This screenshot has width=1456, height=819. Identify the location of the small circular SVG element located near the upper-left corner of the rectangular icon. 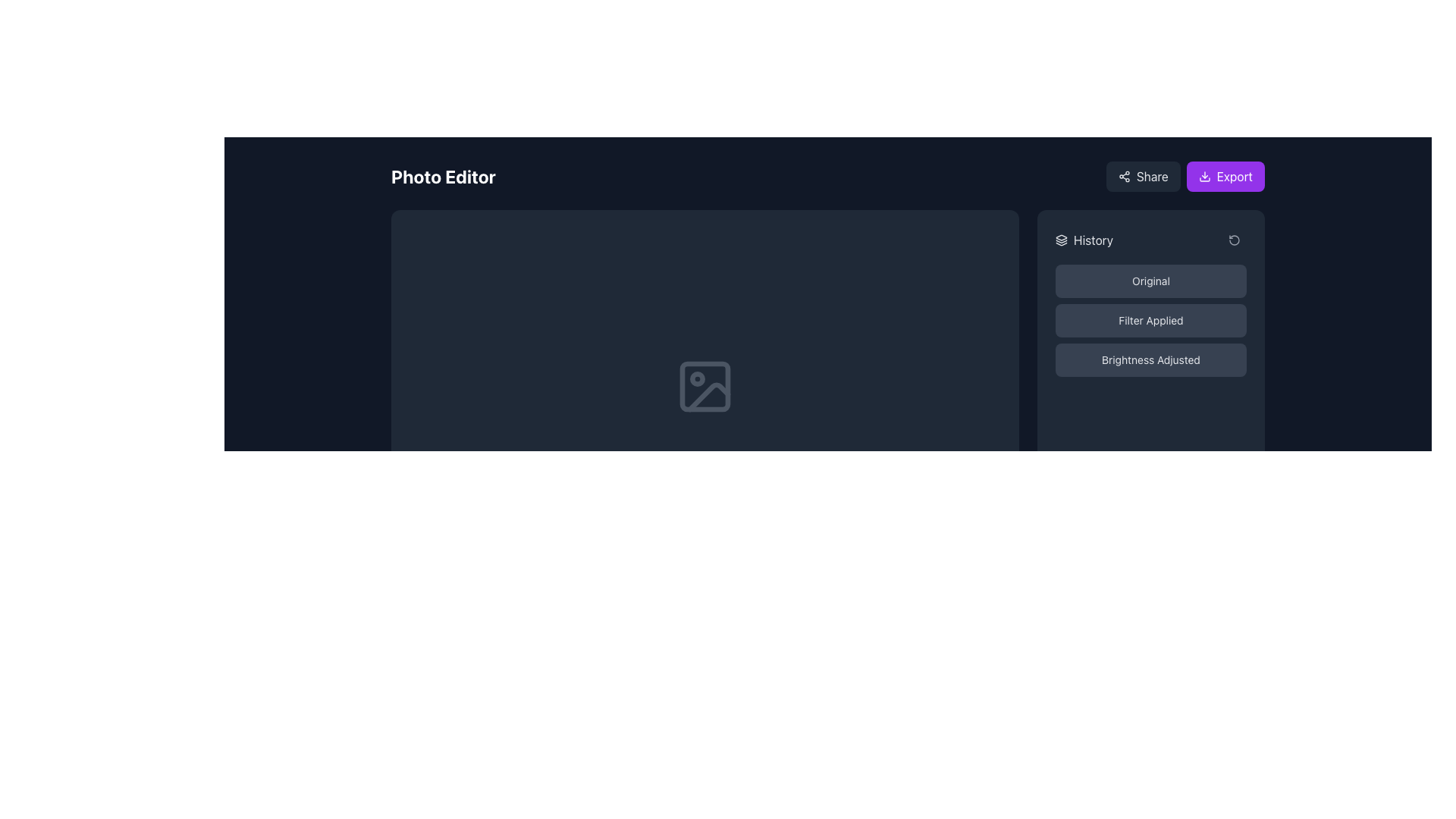
(697, 378).